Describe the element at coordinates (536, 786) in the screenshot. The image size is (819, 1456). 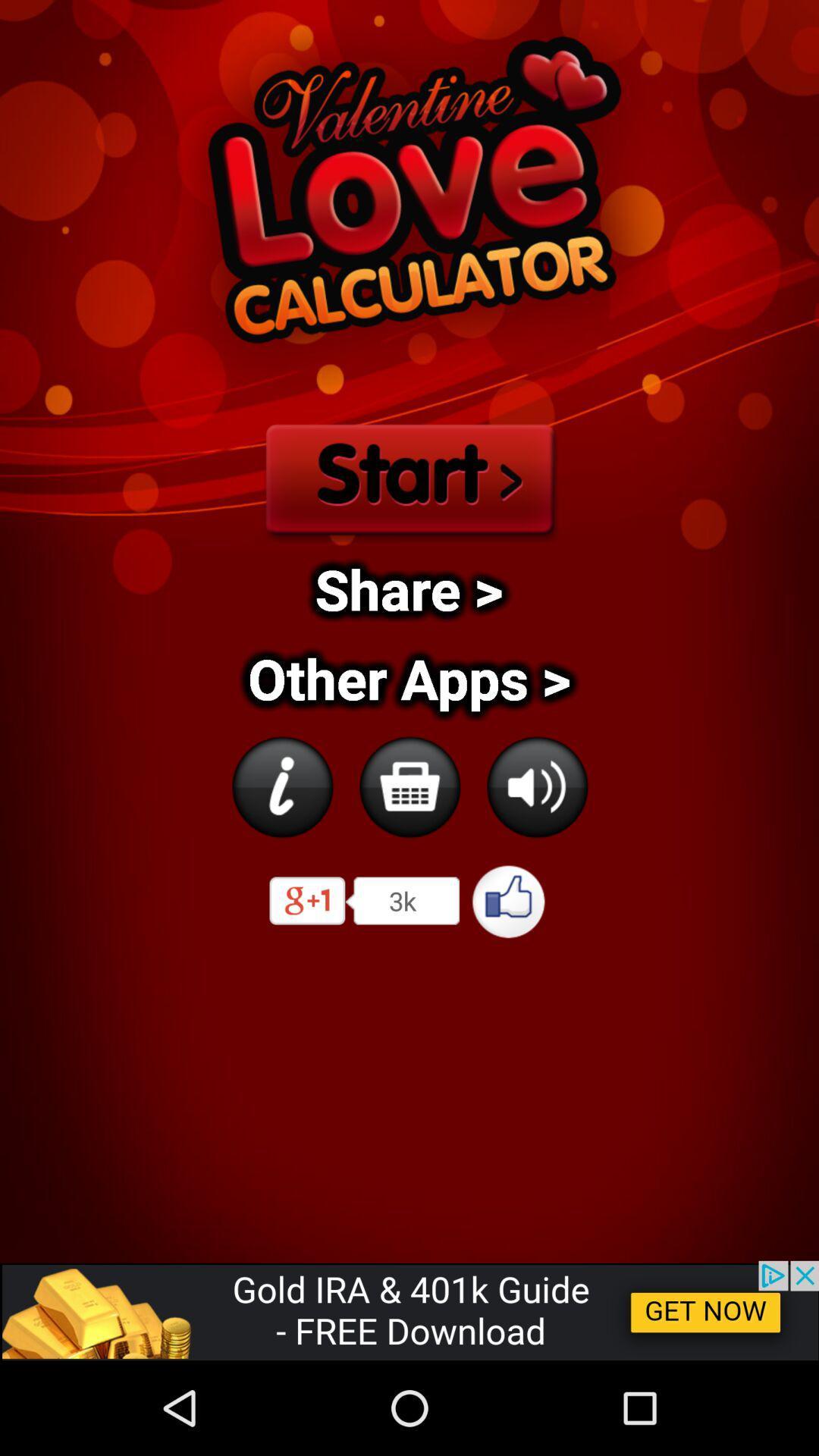
I see `sound` at that location.